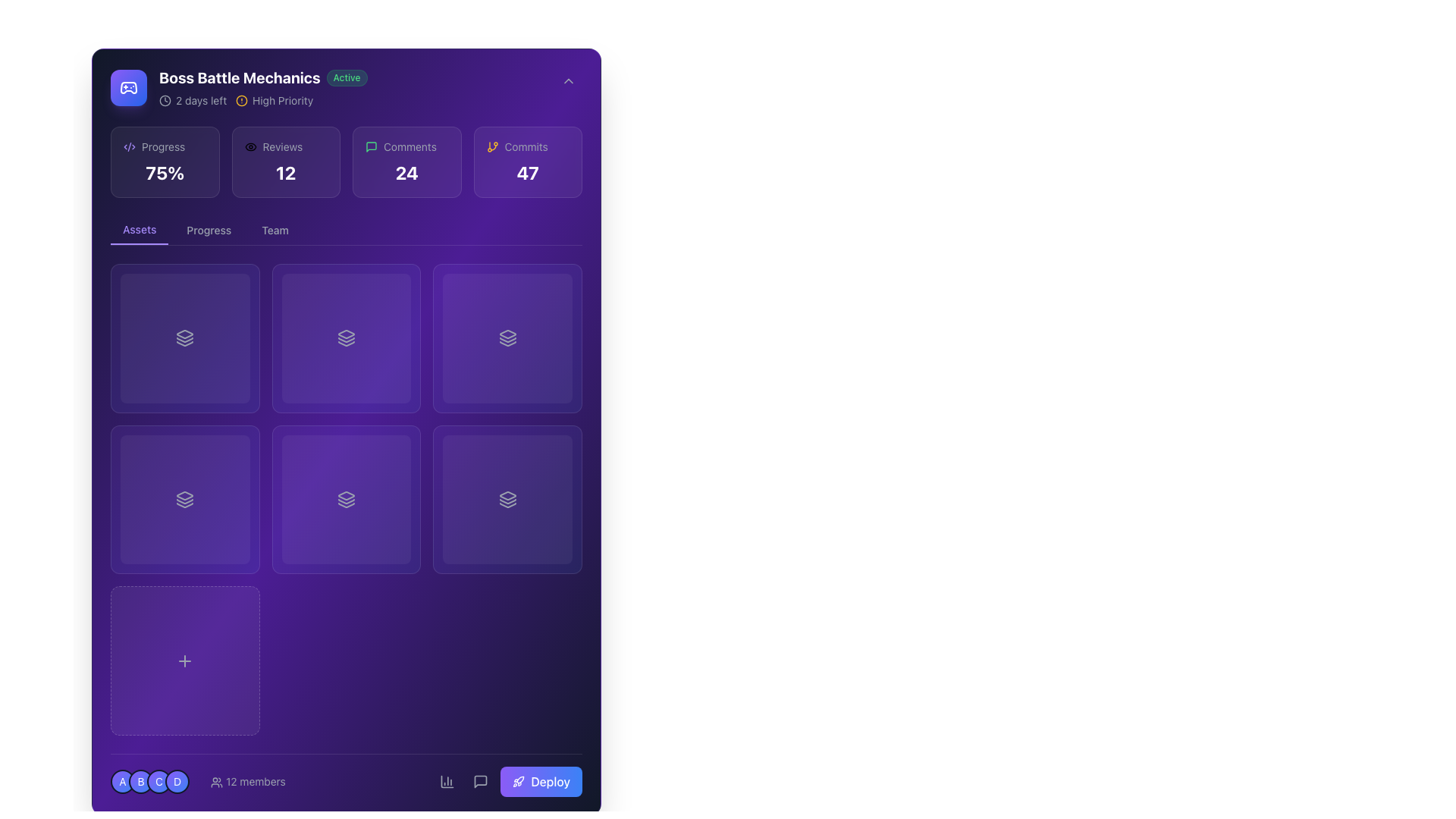 This screenshot has height=819, width=1456. What do you see at coordinates (480, 781) in the screenshot?
I see `the comment icon located in the bottom-right corner of the interface, adjacent to the 'Deploy' button and the bar chart icon, to trigger a visual change` at bounding box center [480, 781].